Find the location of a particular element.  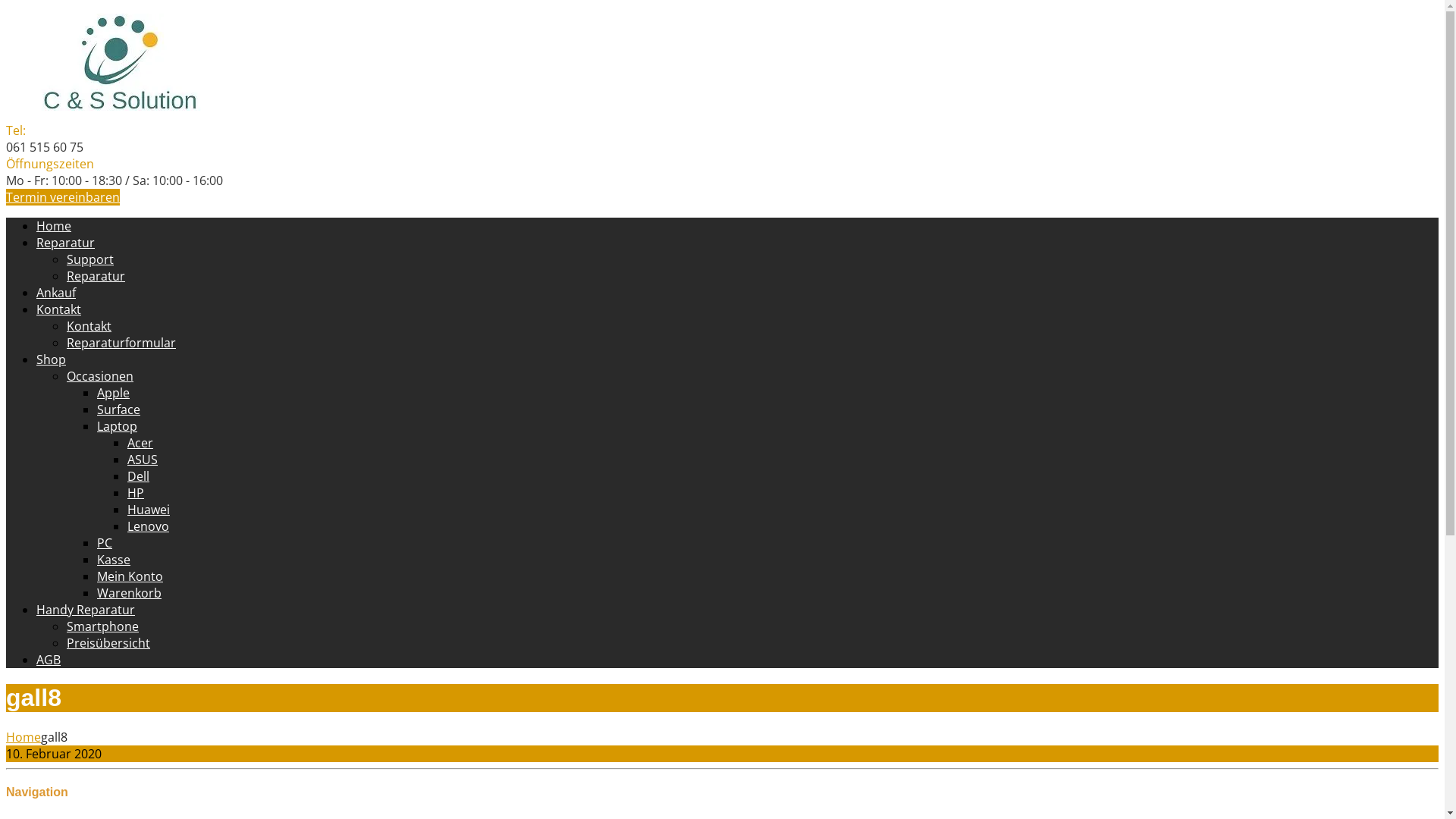

'Warenkorb' is located at coordinates (96, 592).